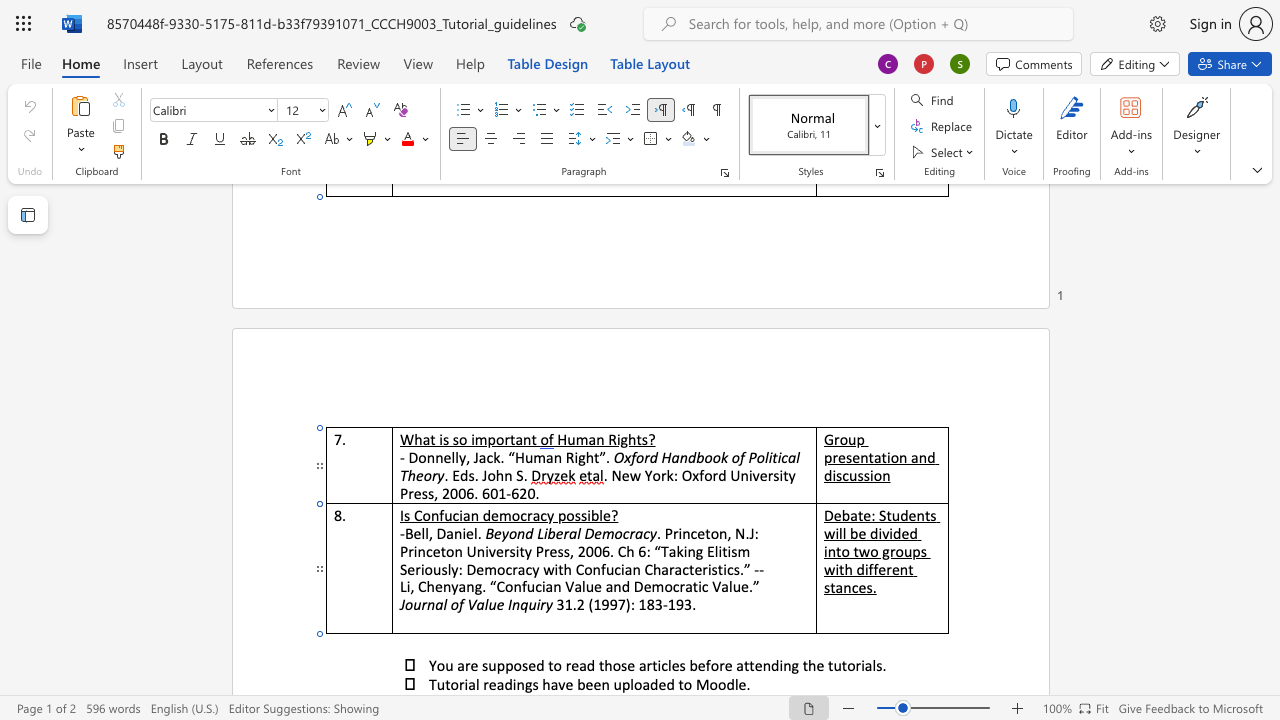 The width and height of the screenshot is (1280, 720). Describe the element at coordinates (475, 603) in the screenshot. I see `the space between the continuous character "V" and "a" in the text` at that location.